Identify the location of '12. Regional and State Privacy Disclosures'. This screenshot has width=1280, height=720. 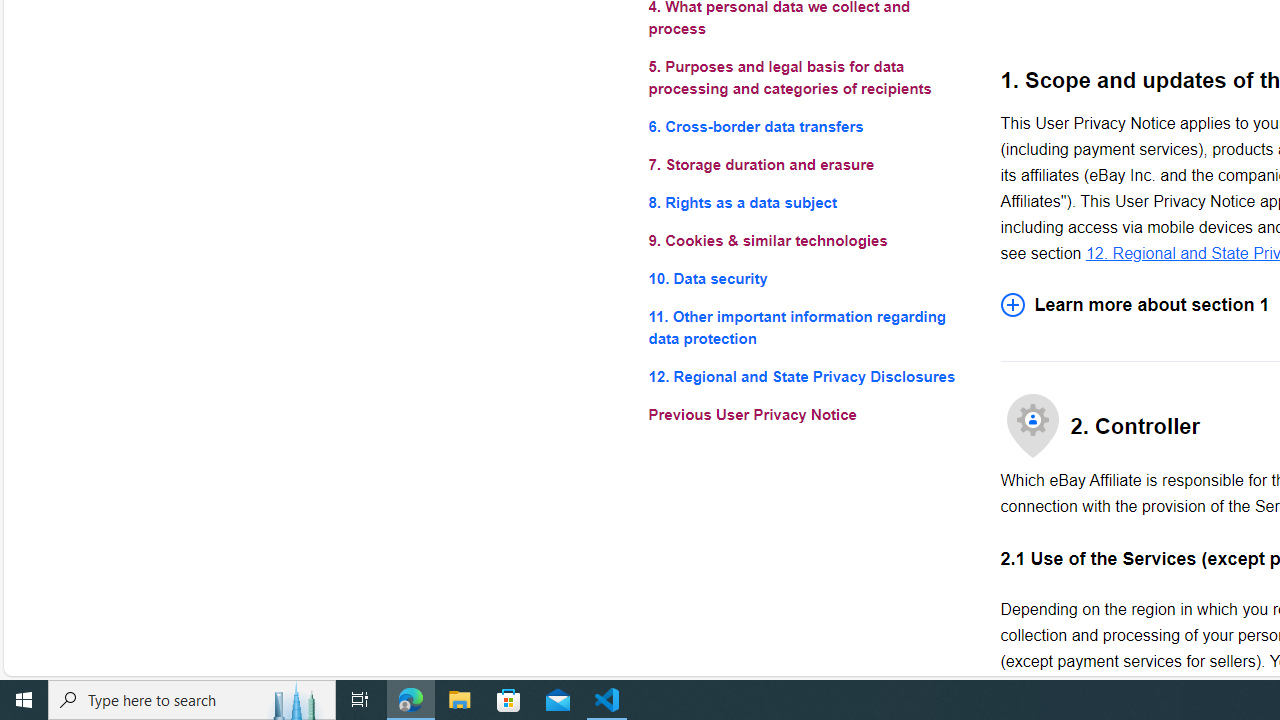
(808, 377).